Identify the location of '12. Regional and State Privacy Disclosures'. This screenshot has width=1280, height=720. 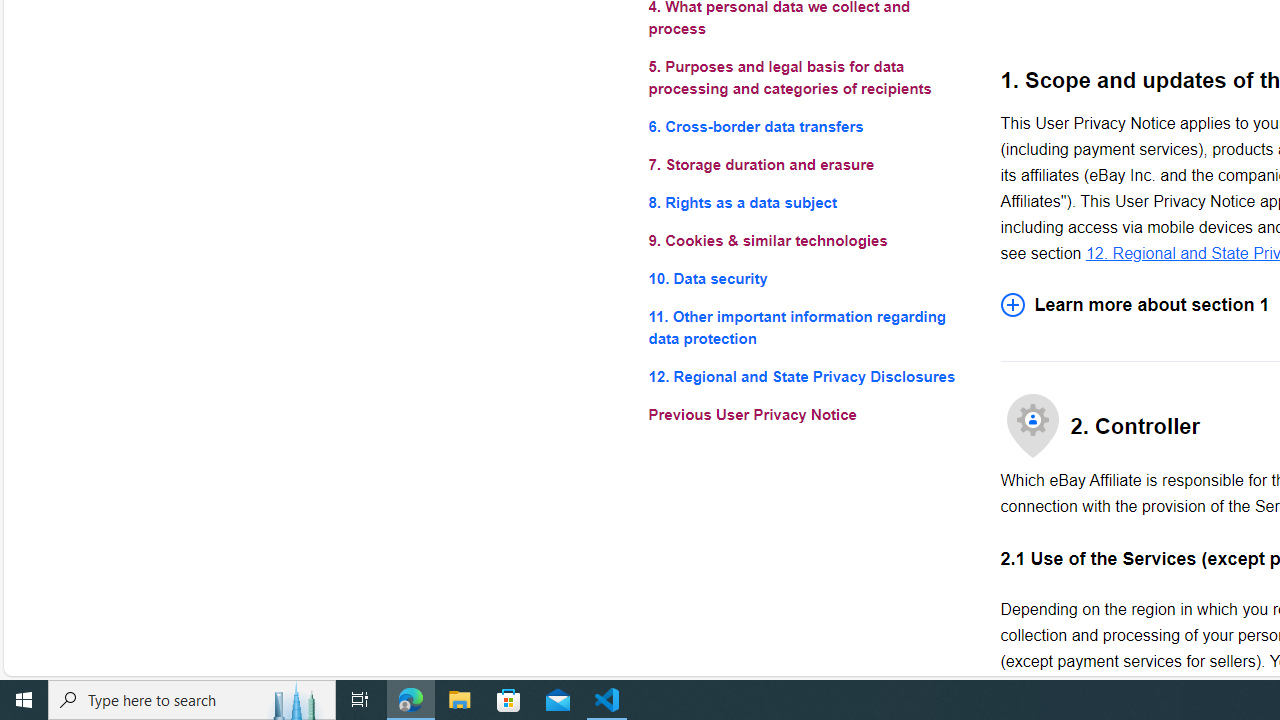
(808, 377).